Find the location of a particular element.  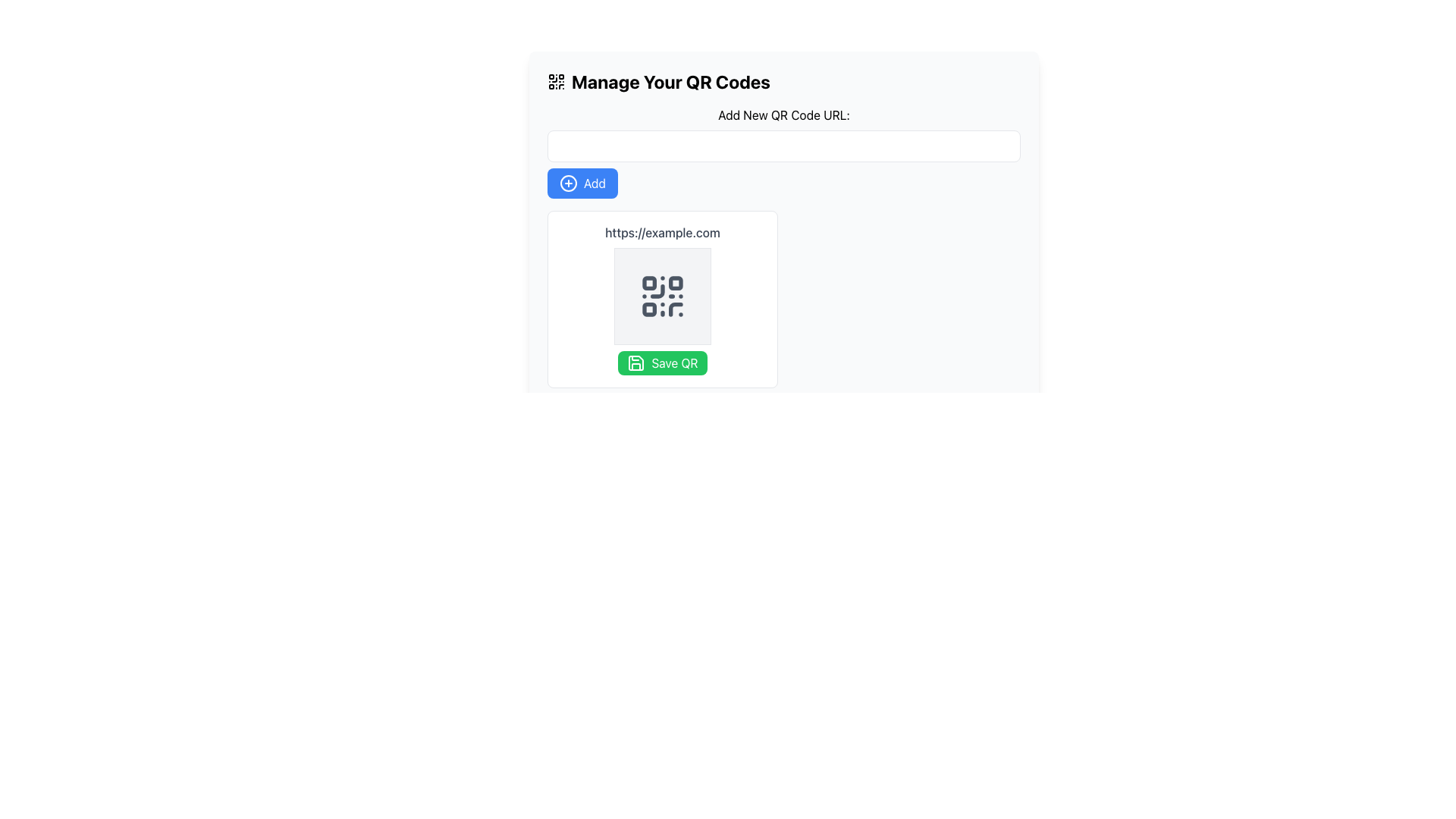

the 'Add' button with a blue background and white text to trigger a visual effect change is located at coordinates (582, 183).